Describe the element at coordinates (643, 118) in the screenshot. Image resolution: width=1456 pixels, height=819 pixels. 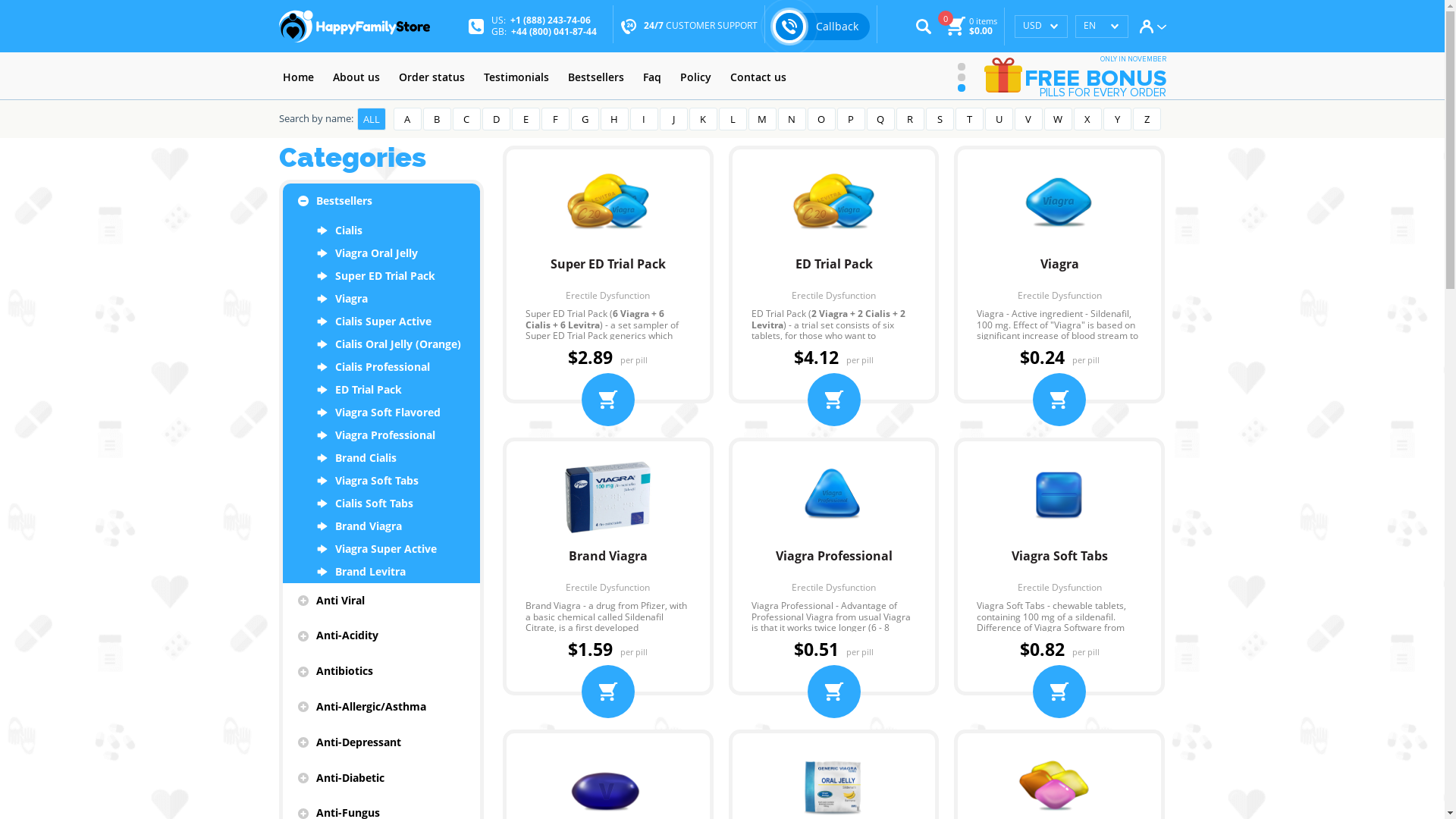
I see `'I'` at that location.